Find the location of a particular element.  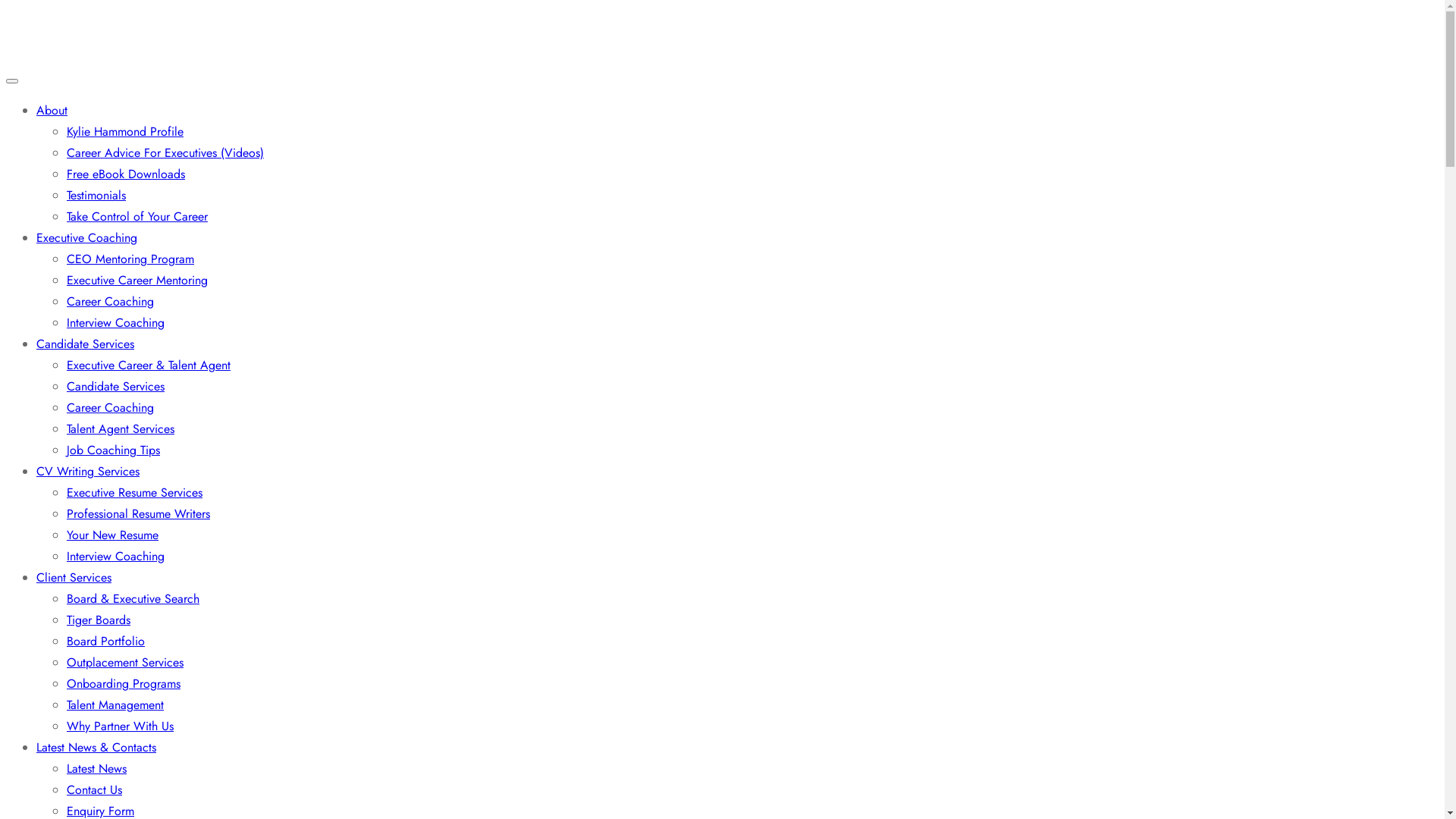

'Professional Resume Writers' is located at coordinates (138, 513).